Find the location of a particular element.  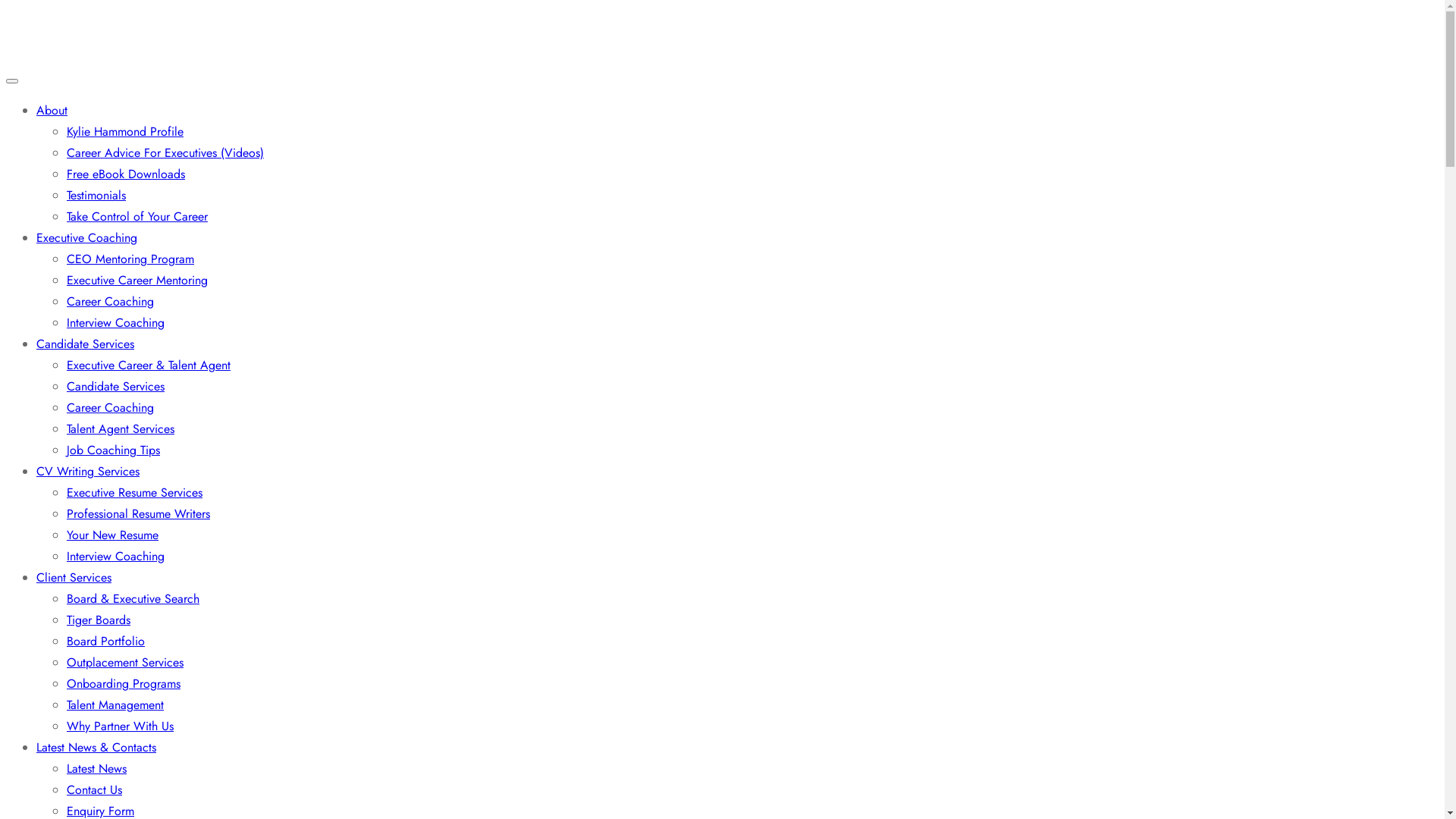

'Professional Resume Writers' is located at coordinates (138, 513).